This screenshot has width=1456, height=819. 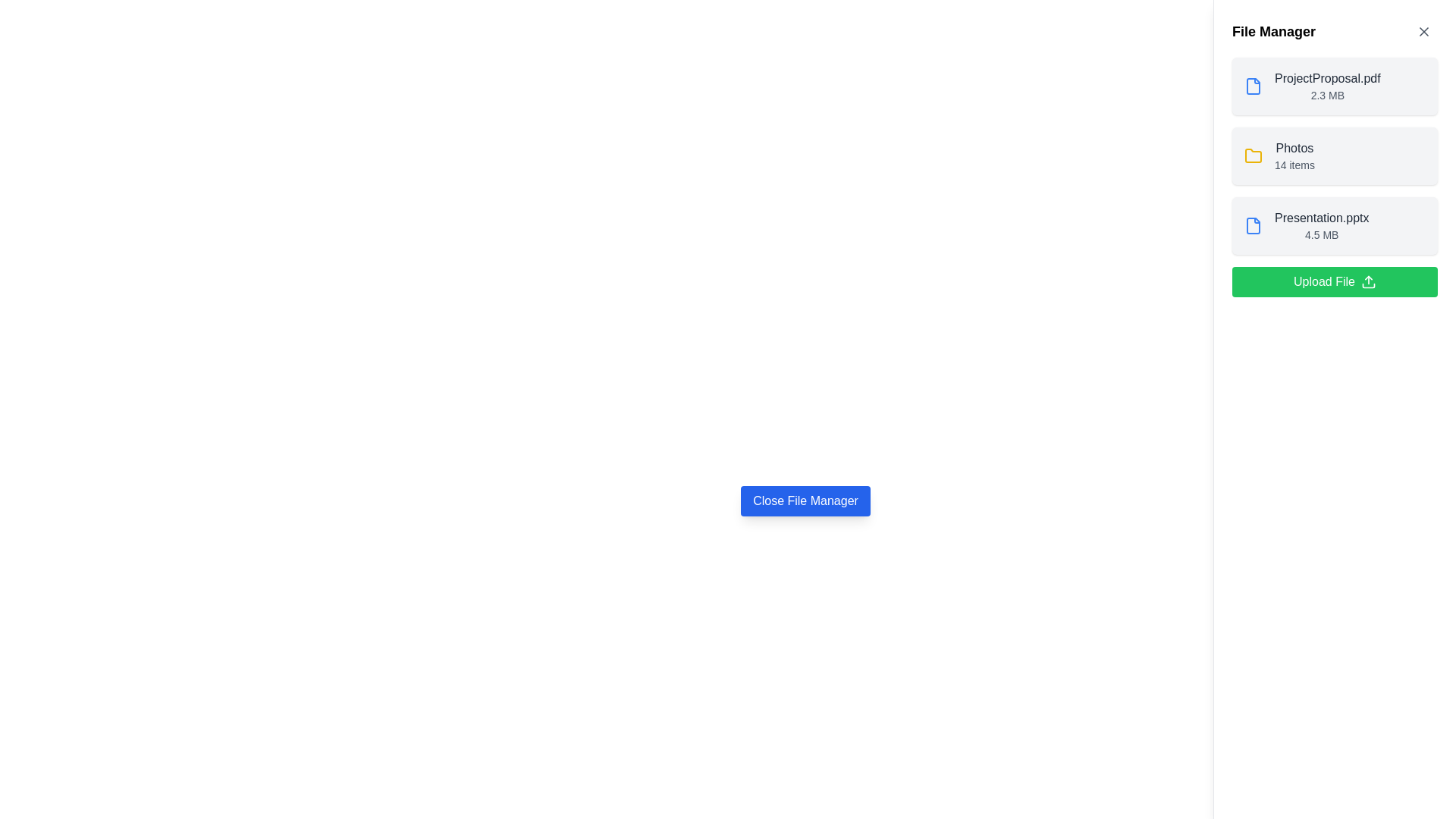 What do you see at coordinates (1279, 155) in the screenshot?
I see `the 'Photos' folder item, which is identified by its yellow folder icon and the text 'Photos' in medium gray, located` at bounding box center [1279, 155].